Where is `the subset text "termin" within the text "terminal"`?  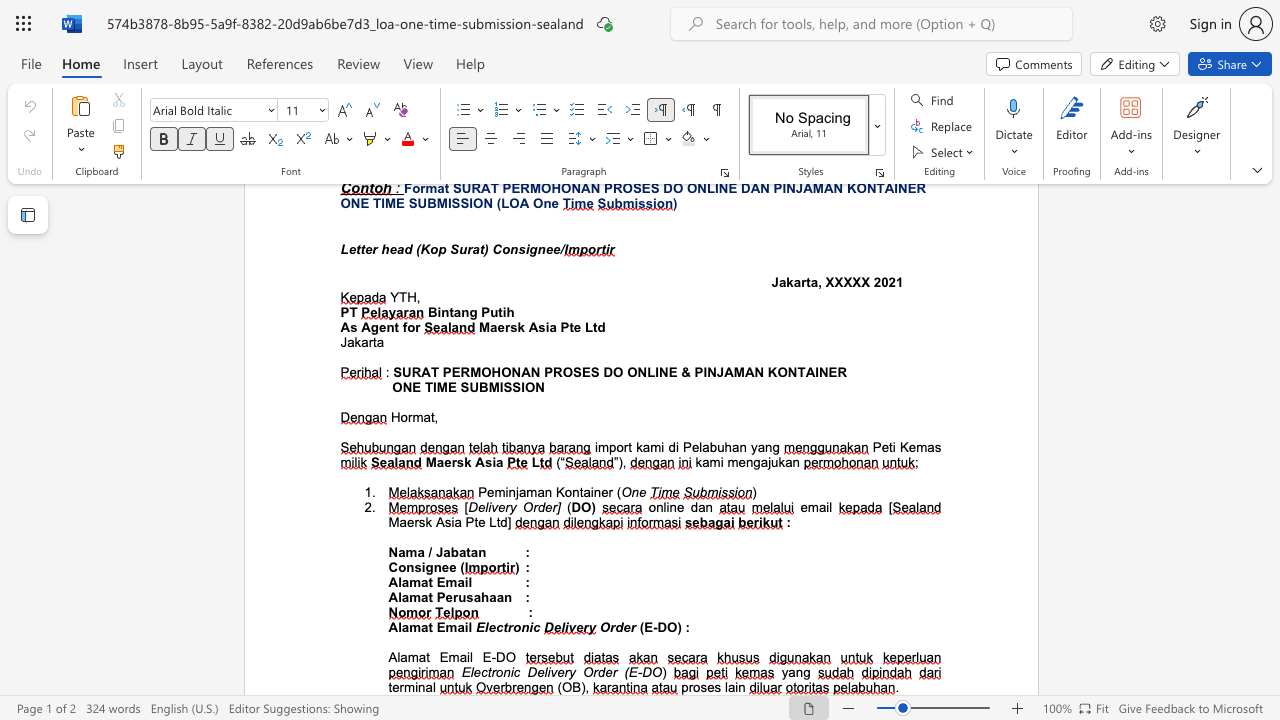 the subset text "termin" within the text "terminal" is located at coordinates (388, 686).